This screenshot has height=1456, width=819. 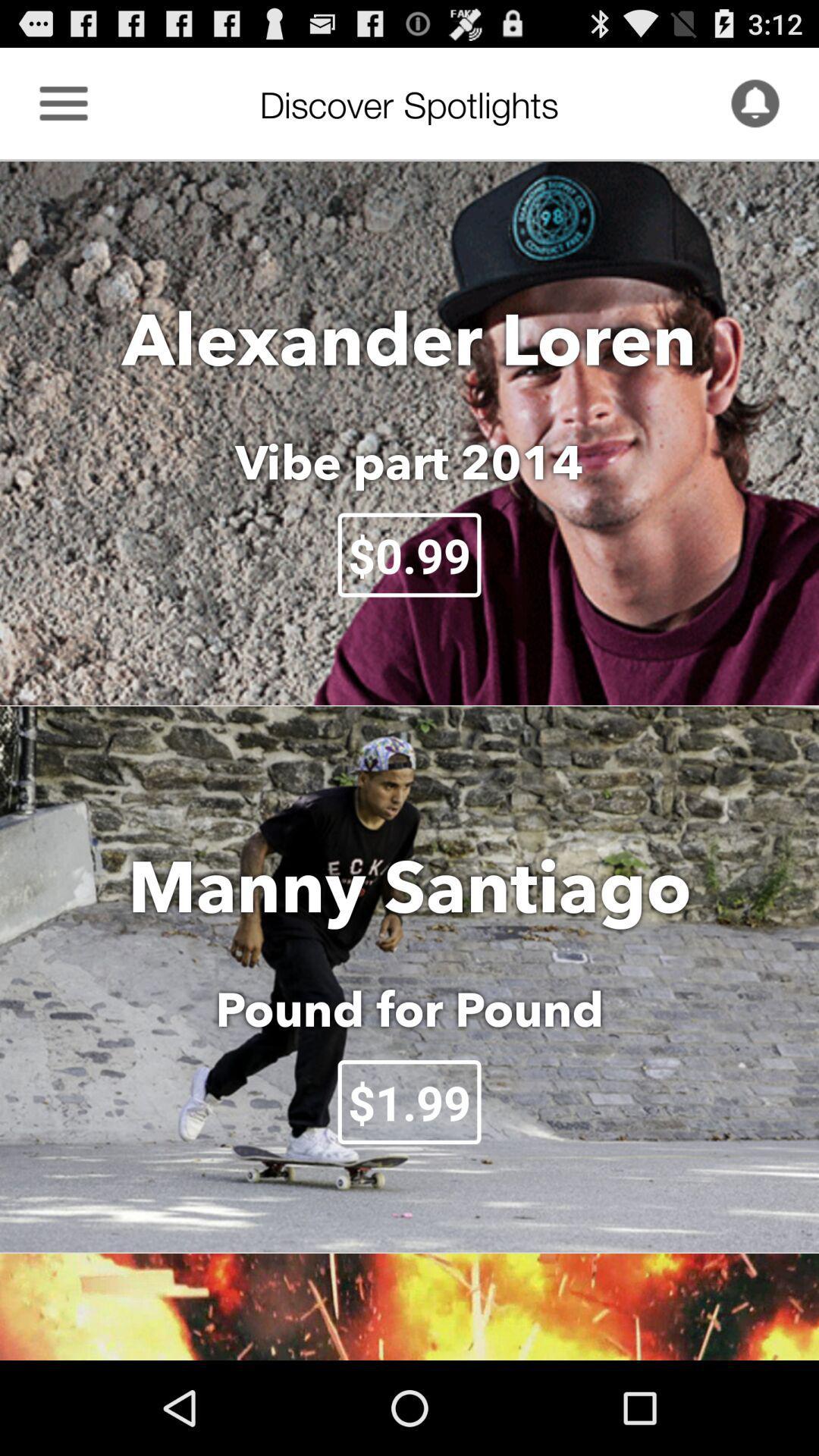 I want to click on manny santiago item, so click(x=409, y=886).